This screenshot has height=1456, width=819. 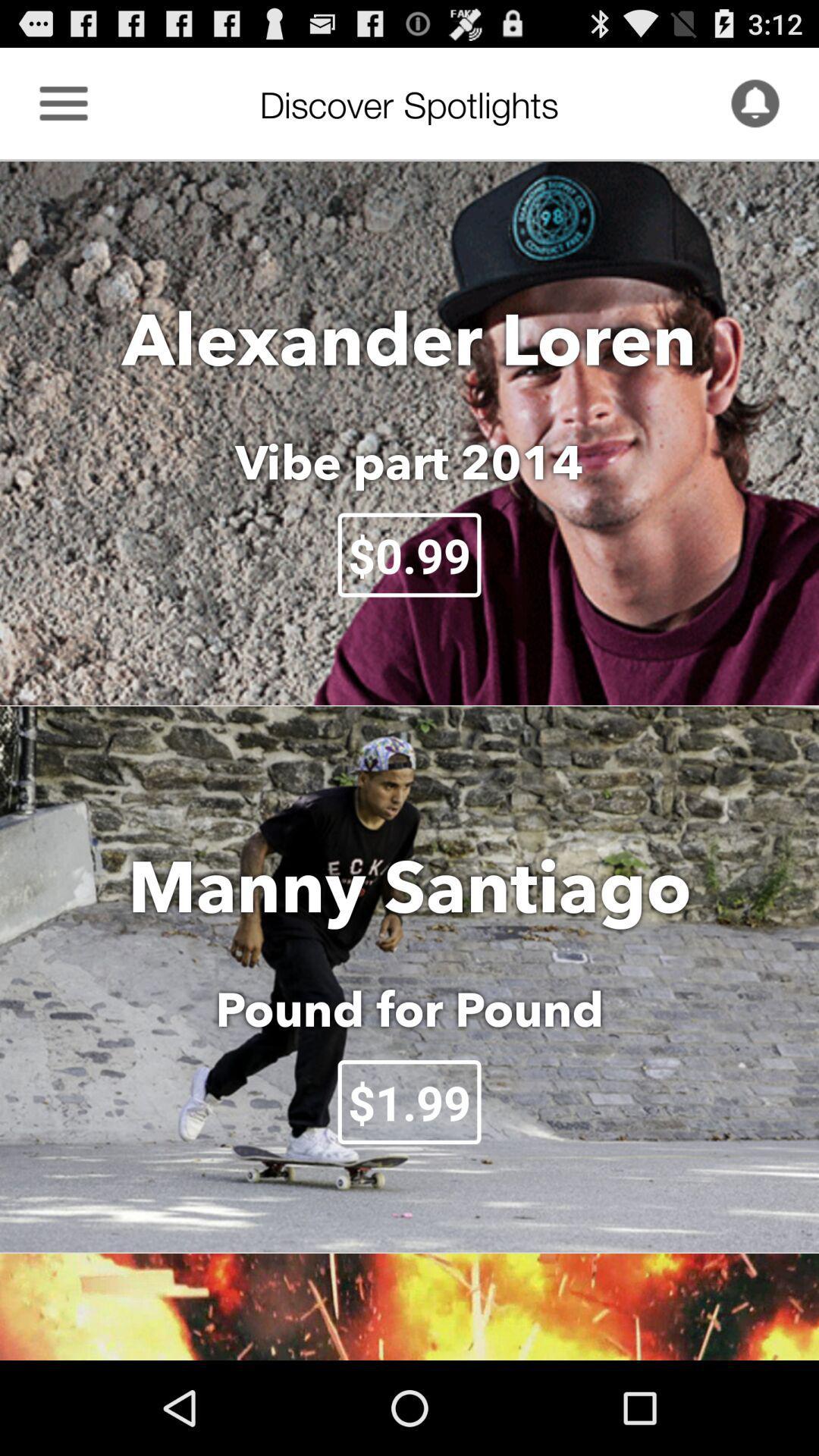 I want to click on manny santiago item, so click(x=409, y=886).